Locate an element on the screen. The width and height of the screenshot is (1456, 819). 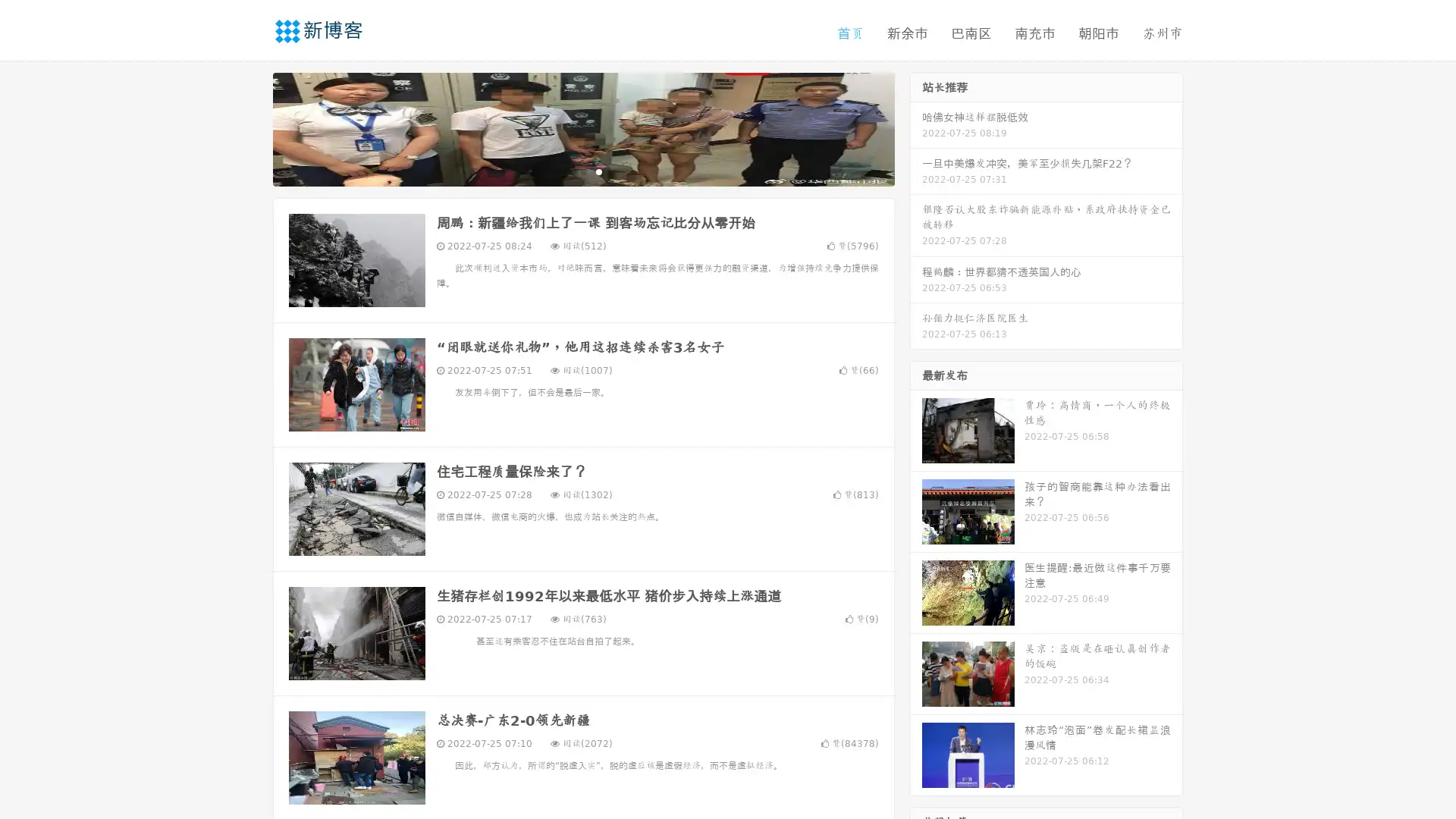
Go to slide 2 is located at coordinates (582, 171).